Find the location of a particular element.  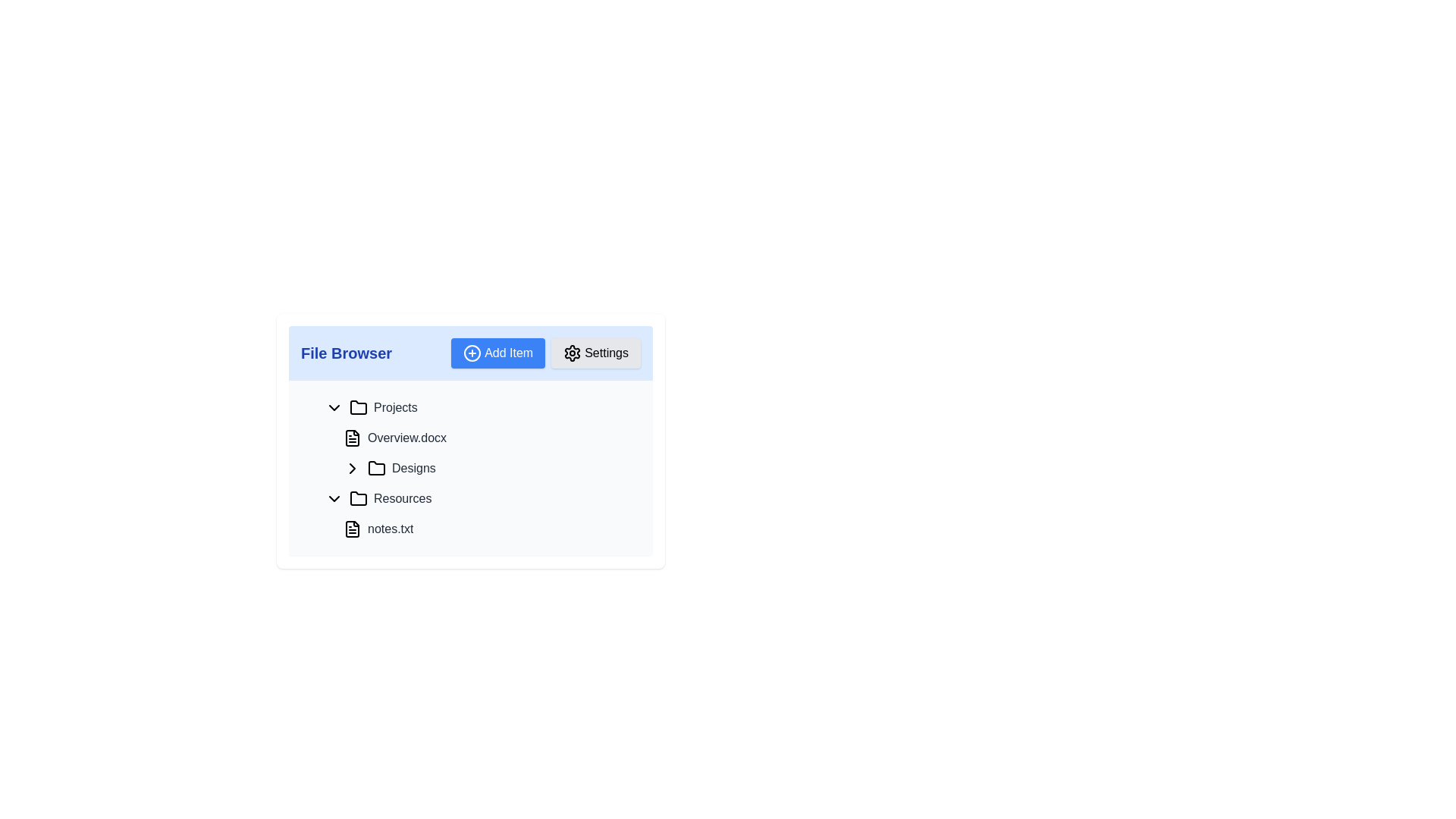

the icon representing the 'notes.txt' file in the file browser's 'Resources' section, positioned to the left of the text label is located at coordinates (352, 529).